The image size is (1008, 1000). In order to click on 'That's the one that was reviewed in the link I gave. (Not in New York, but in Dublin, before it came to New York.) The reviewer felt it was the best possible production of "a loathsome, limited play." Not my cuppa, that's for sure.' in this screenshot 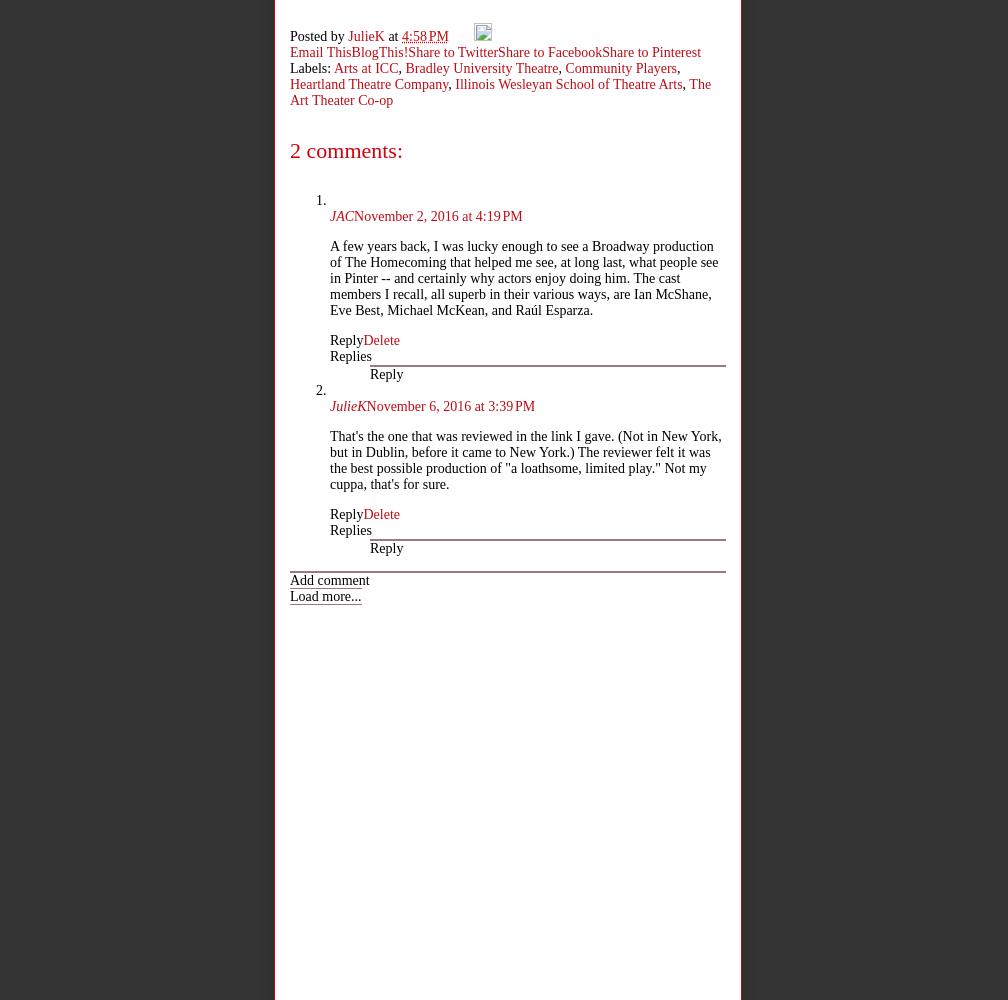, I will do `click(330, 459)`.